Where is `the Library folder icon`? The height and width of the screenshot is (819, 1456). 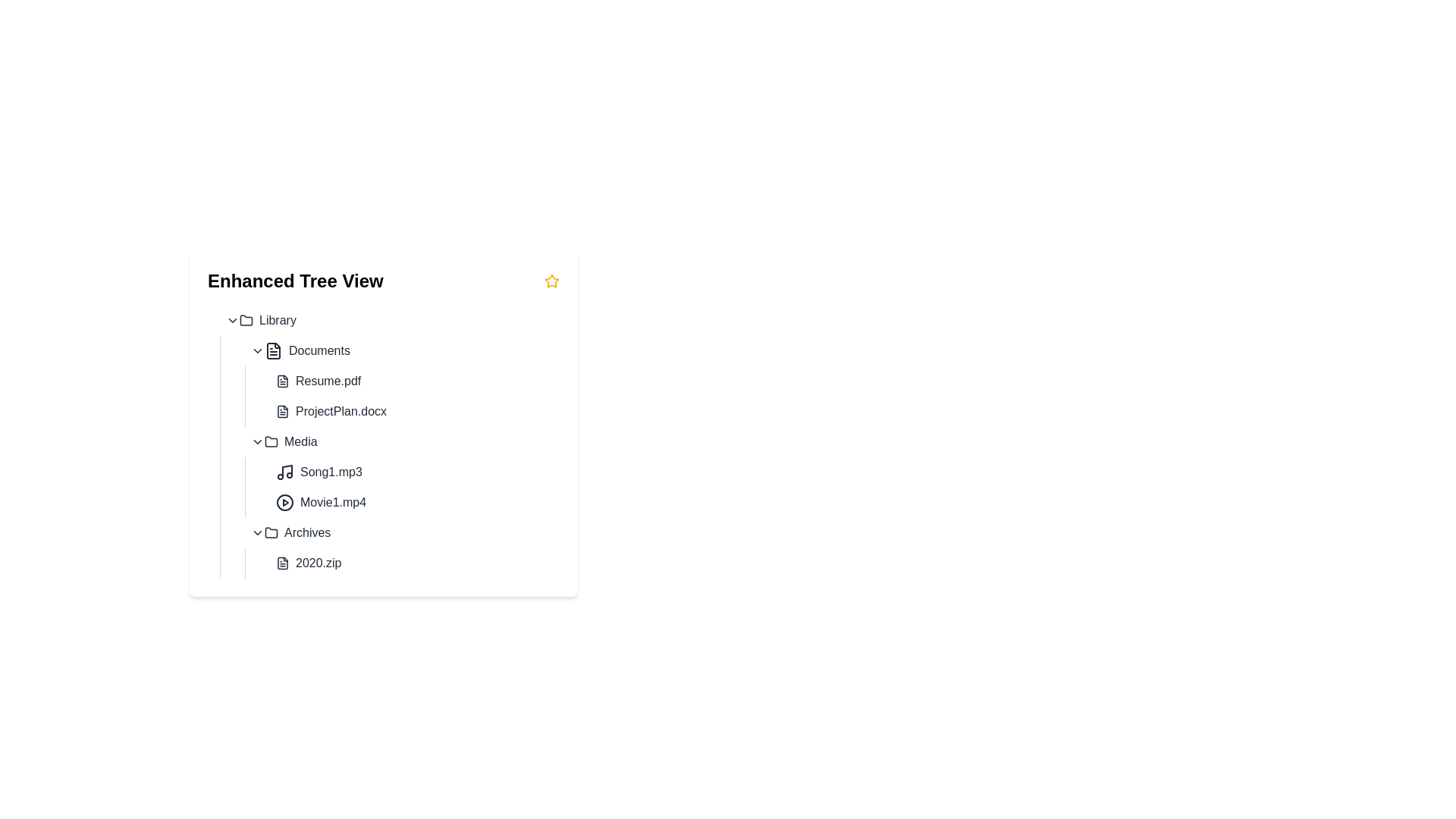
the Library folder icon is located at coordinates (246, 318).